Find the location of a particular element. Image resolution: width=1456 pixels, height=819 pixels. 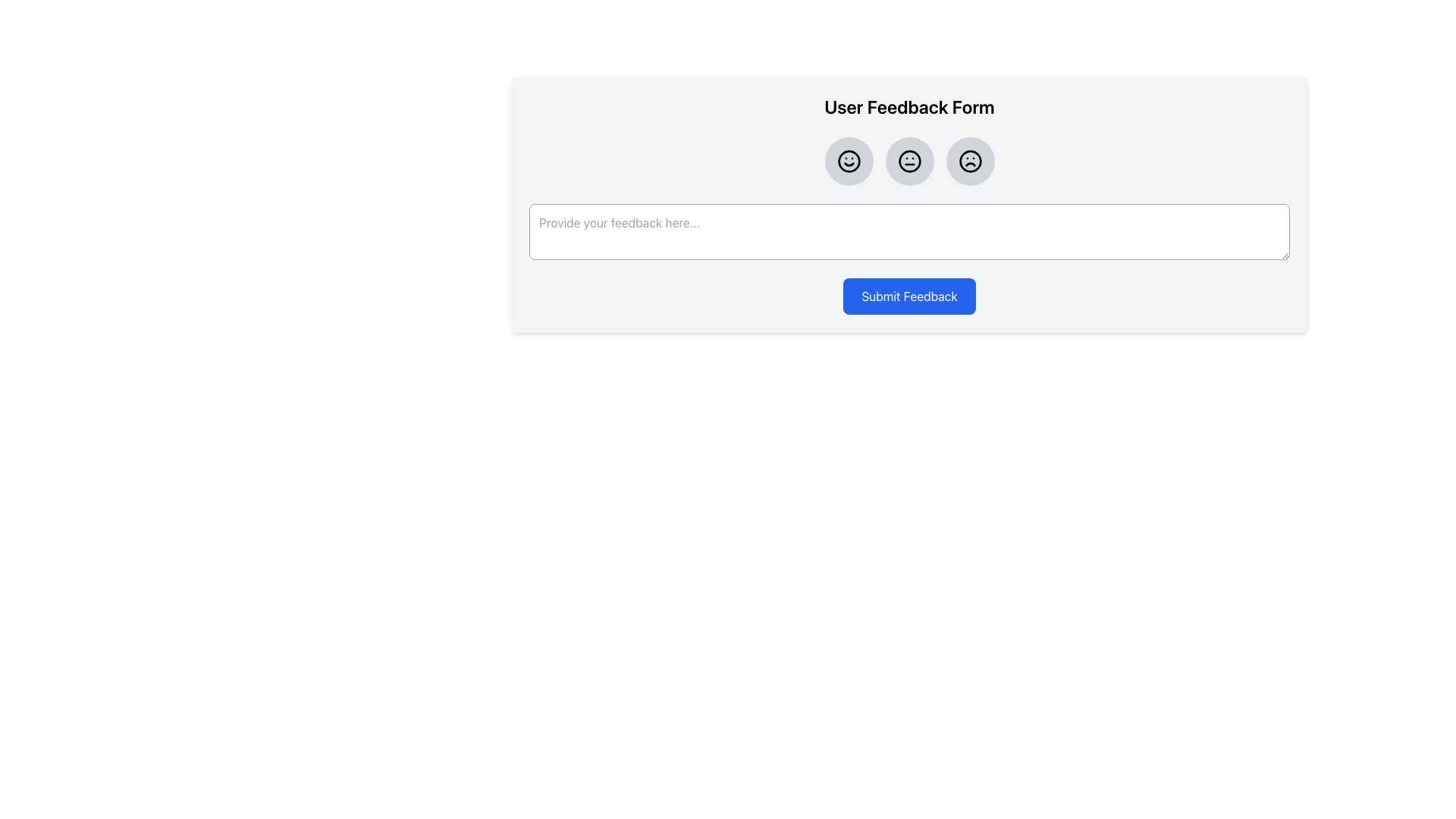

the circular frowning face icon, which is the third icon in a row of feedback options above the text input box labeled 'Provide your feedback here...' is located at coordinates (969, 161).